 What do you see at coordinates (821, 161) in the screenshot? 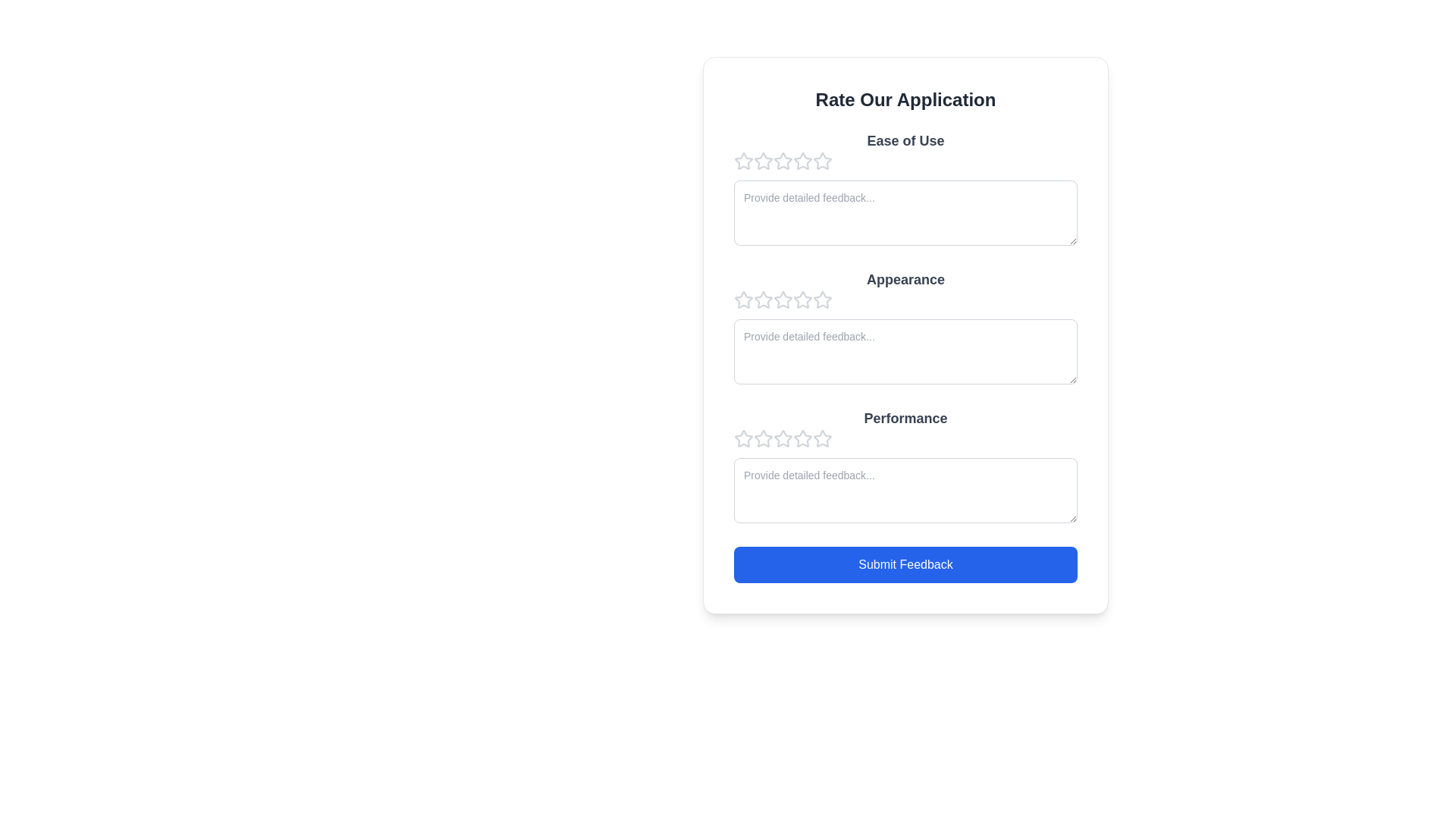
I see `the 5th gray, outlined star icon in the 'Ease of Use' rating bar to rate it` at bounding box center [821, 161].